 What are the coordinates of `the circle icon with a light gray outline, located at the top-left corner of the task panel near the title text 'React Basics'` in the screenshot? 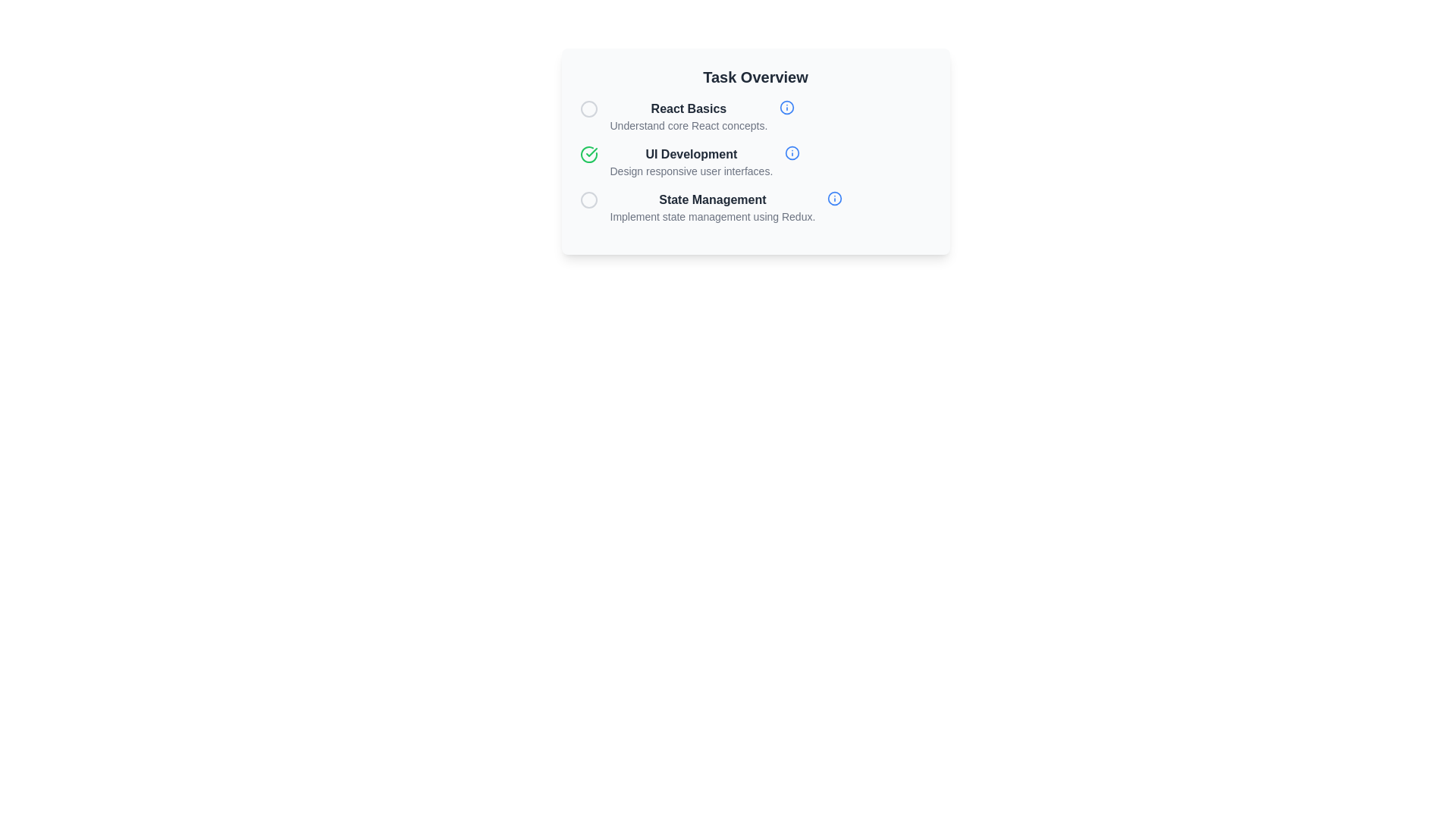 It's located at (588, 108).